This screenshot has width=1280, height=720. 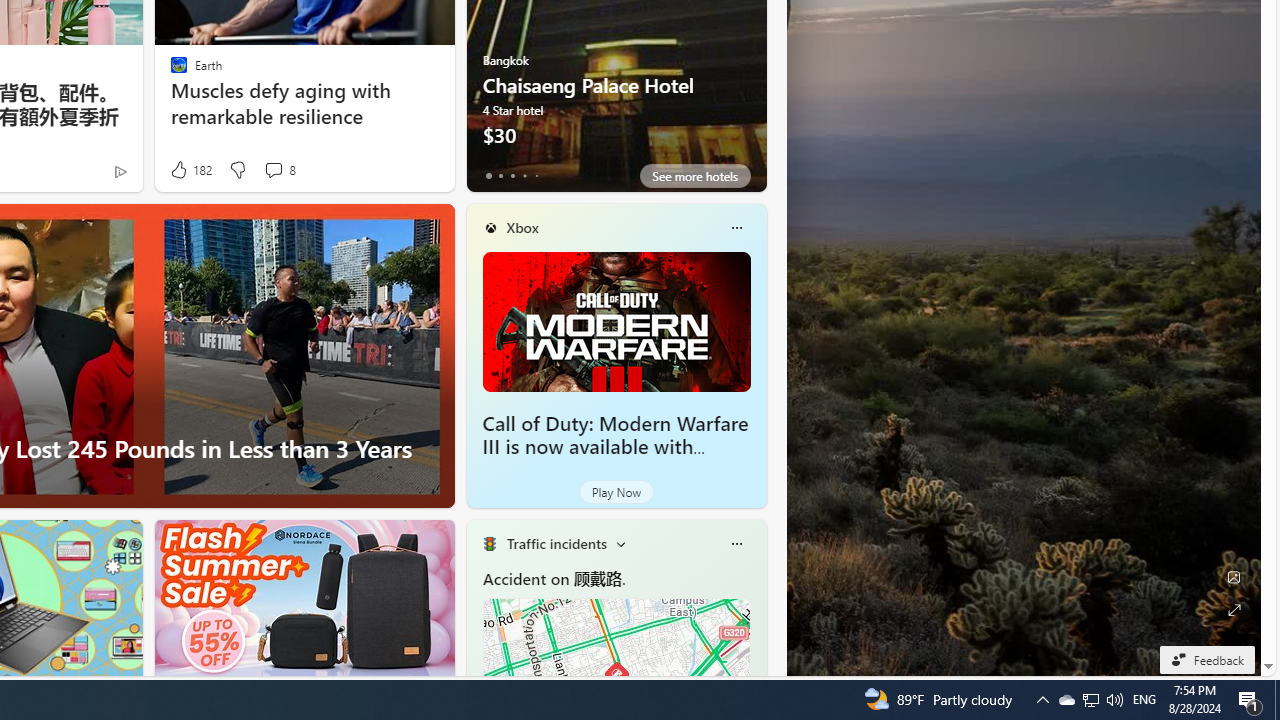 What do you see at coordinates (695, 175) in the screenshot?
I see `'See more hotels'` at bounding box center [695, 175].